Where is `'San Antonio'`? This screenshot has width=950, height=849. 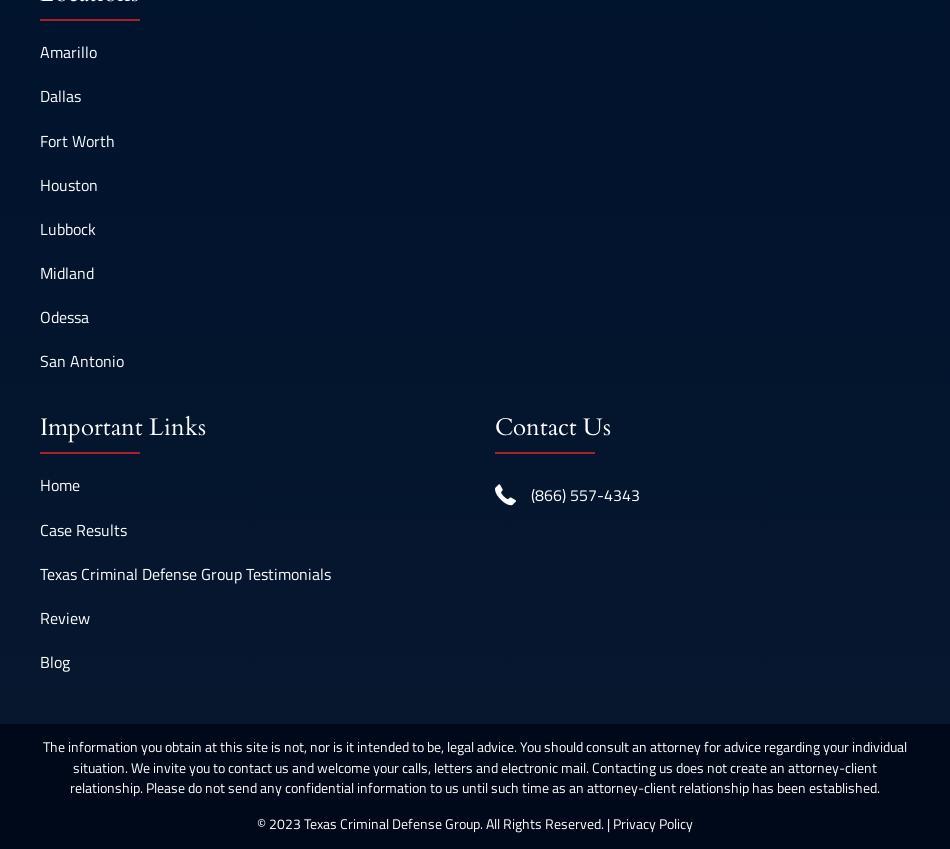
'San Antonio' is located at coordinates (81, 360).